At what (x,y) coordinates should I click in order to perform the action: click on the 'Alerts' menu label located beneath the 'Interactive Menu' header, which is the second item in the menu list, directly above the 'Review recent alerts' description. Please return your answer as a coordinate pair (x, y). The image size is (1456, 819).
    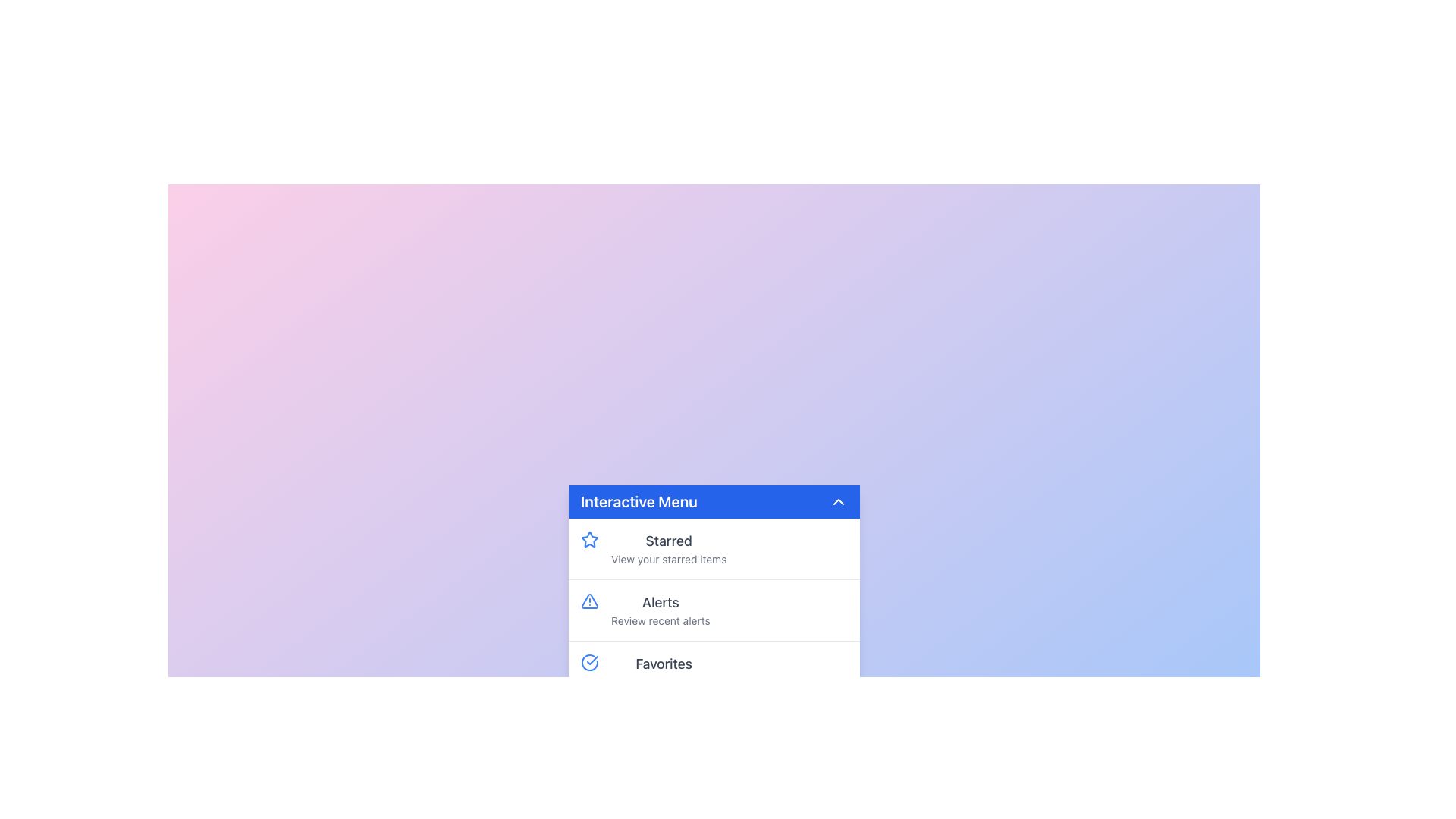
    Looking at the image, I should click on (661, 601).